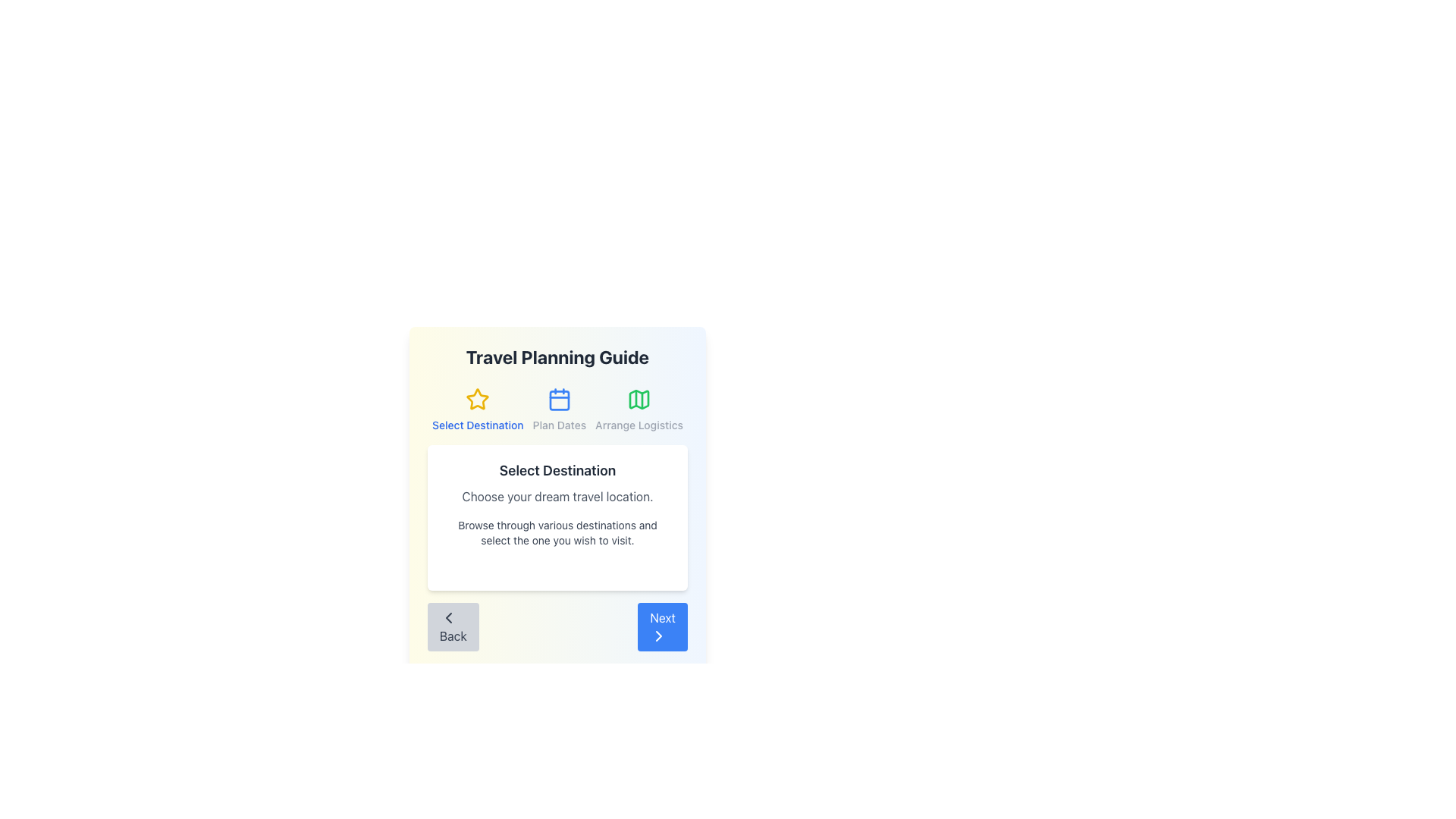 The width and height of the screenshot is (1456, 819). I want to click on the 'Arrange Logistics' navigation icon located in the top navigation bar of the 'Travel Planning Guide' interface, so click(639, 399).